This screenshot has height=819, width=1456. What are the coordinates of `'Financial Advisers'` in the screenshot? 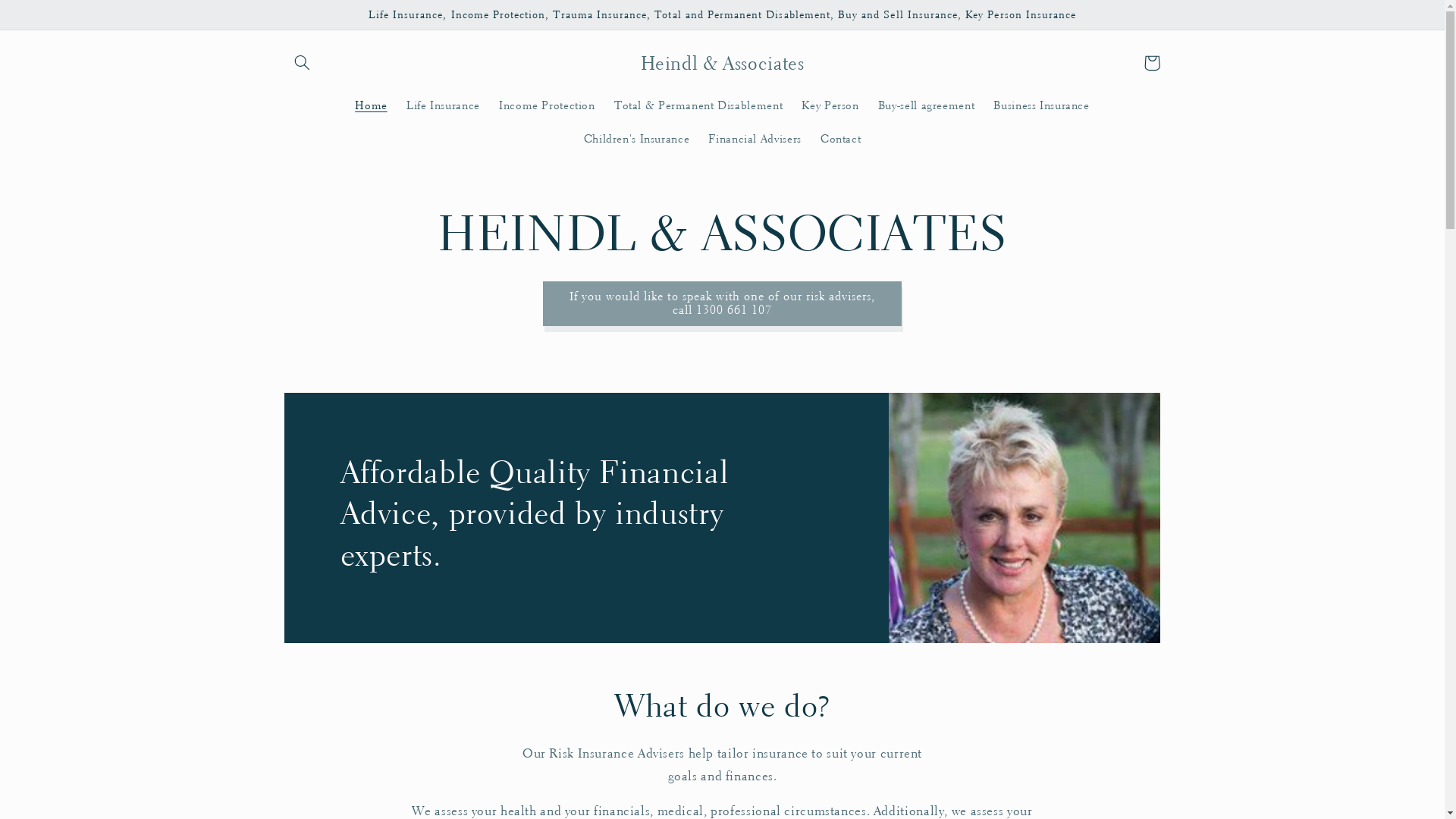 It's located at (755, 138).